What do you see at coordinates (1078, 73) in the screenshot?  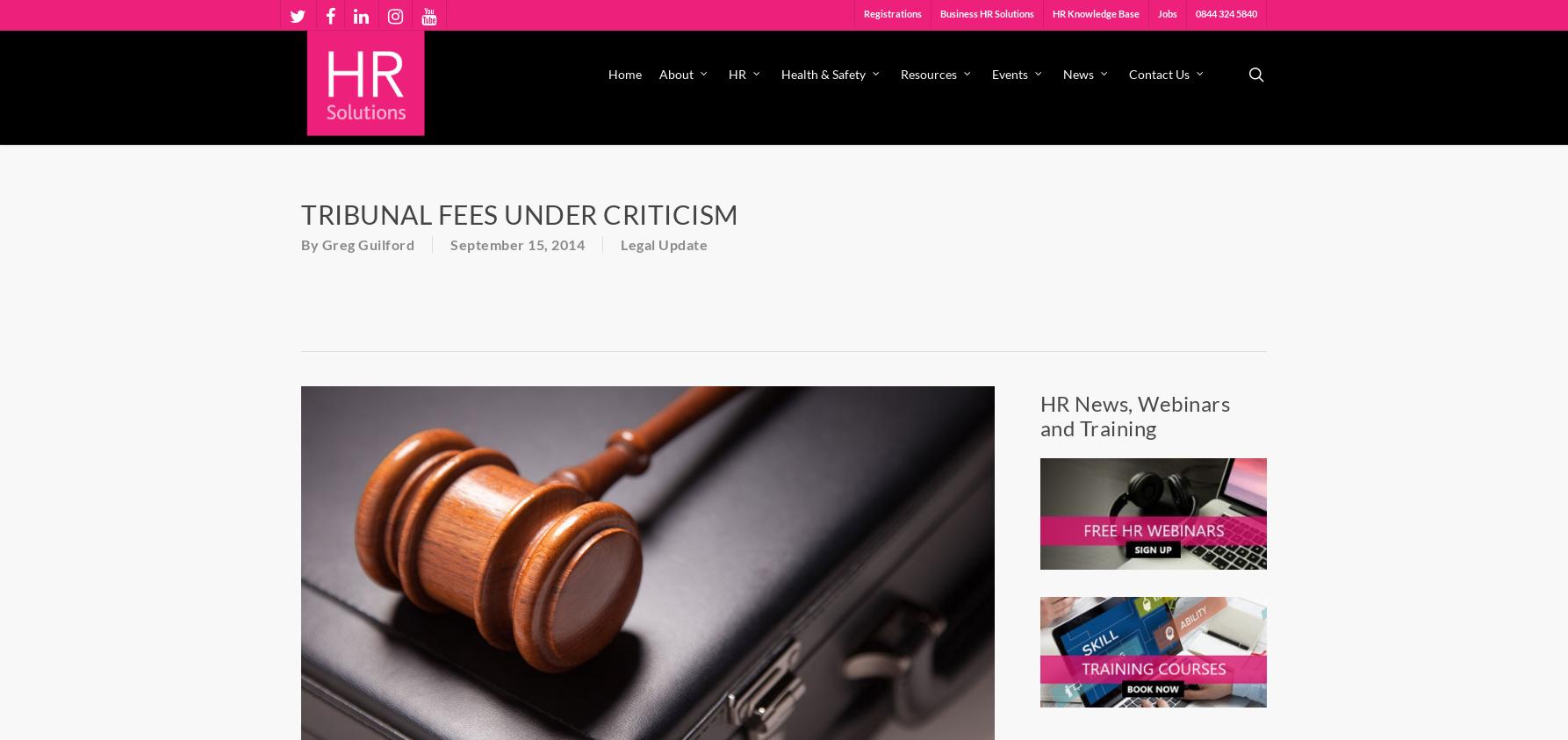 I see `'News'` at bounding box center [1078, 73].